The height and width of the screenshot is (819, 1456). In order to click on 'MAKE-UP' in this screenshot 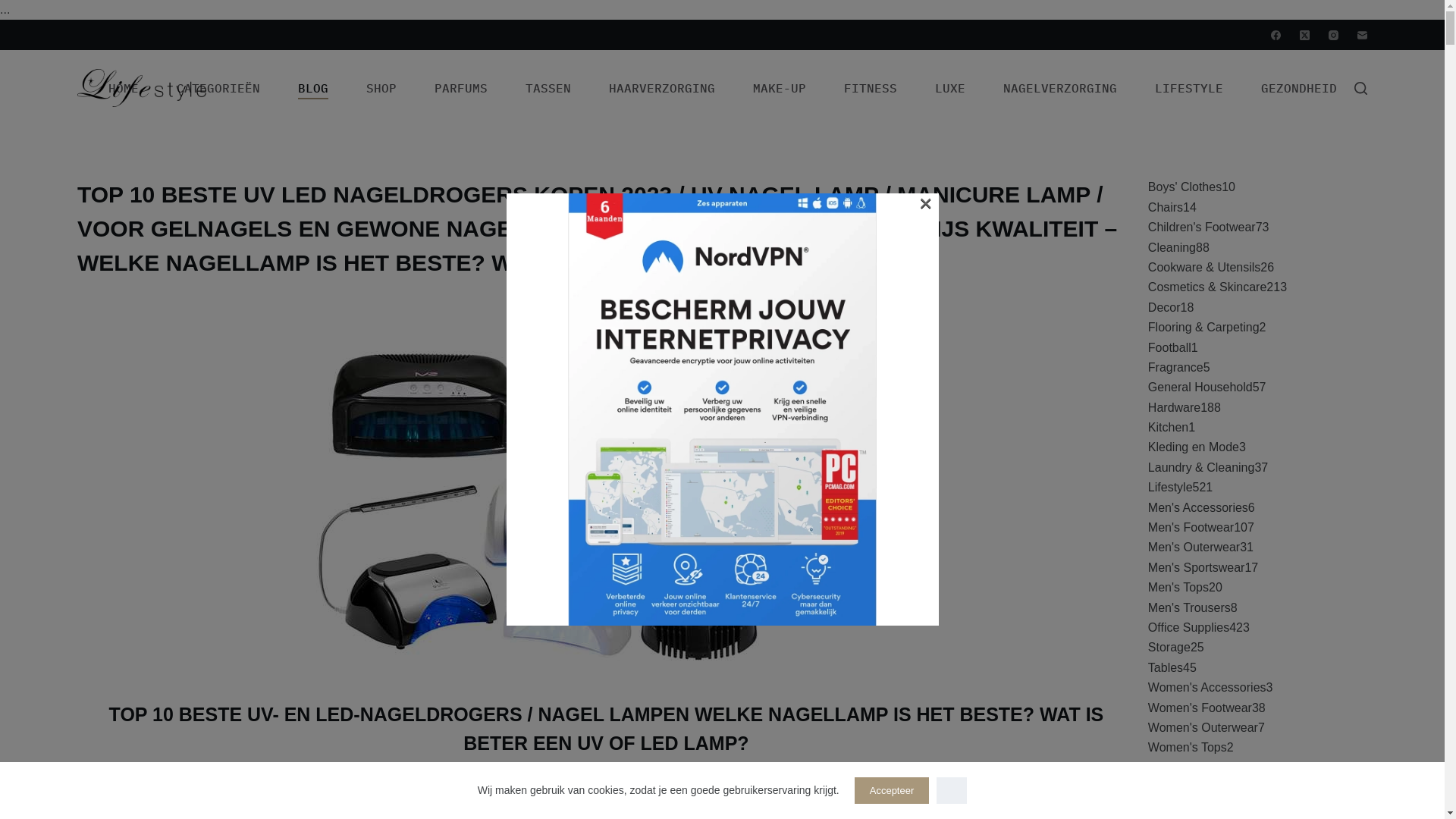, I will do `click(779, 87)`.